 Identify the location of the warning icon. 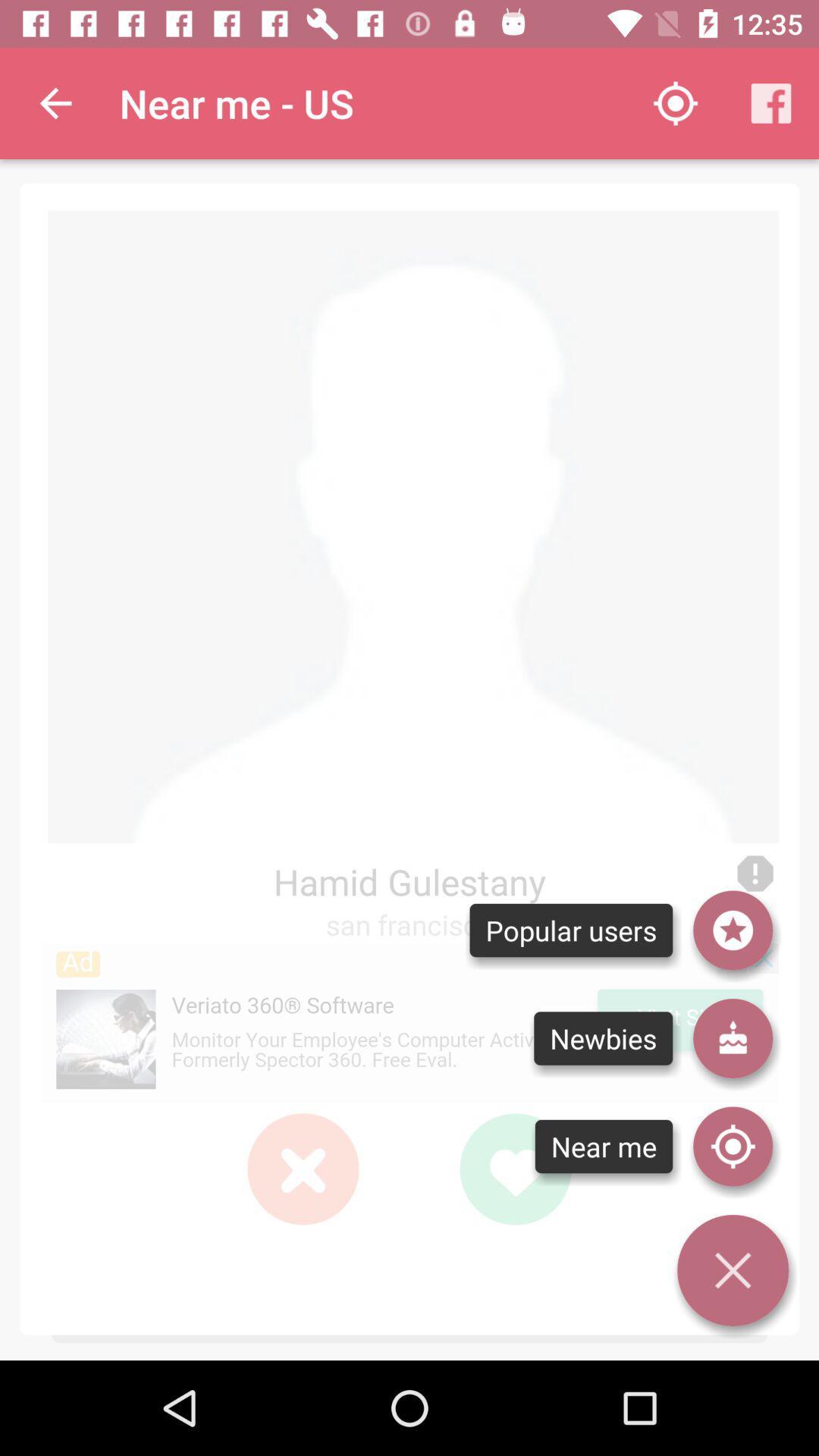
(755, 874).